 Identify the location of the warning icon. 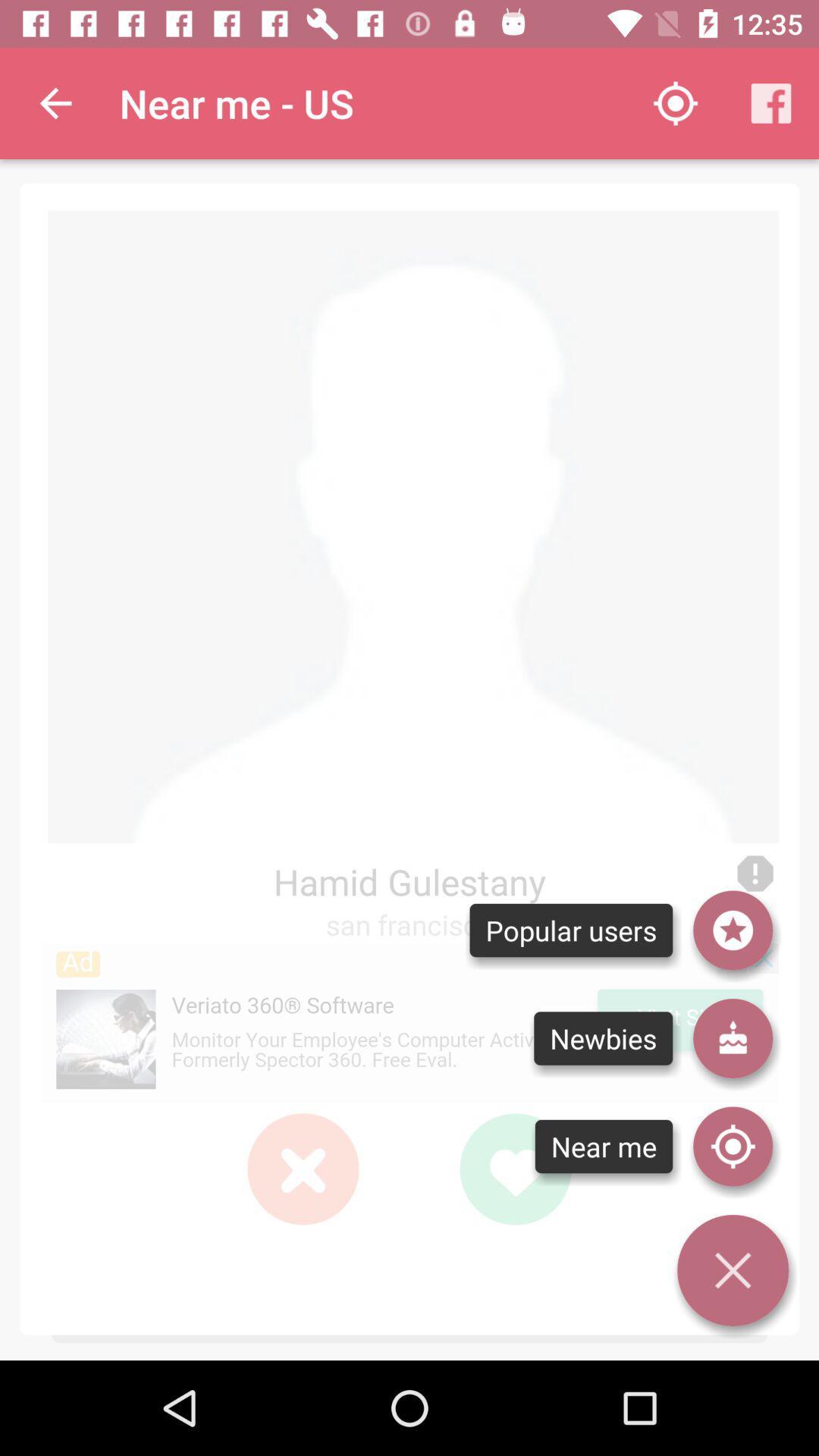
(755, 874).